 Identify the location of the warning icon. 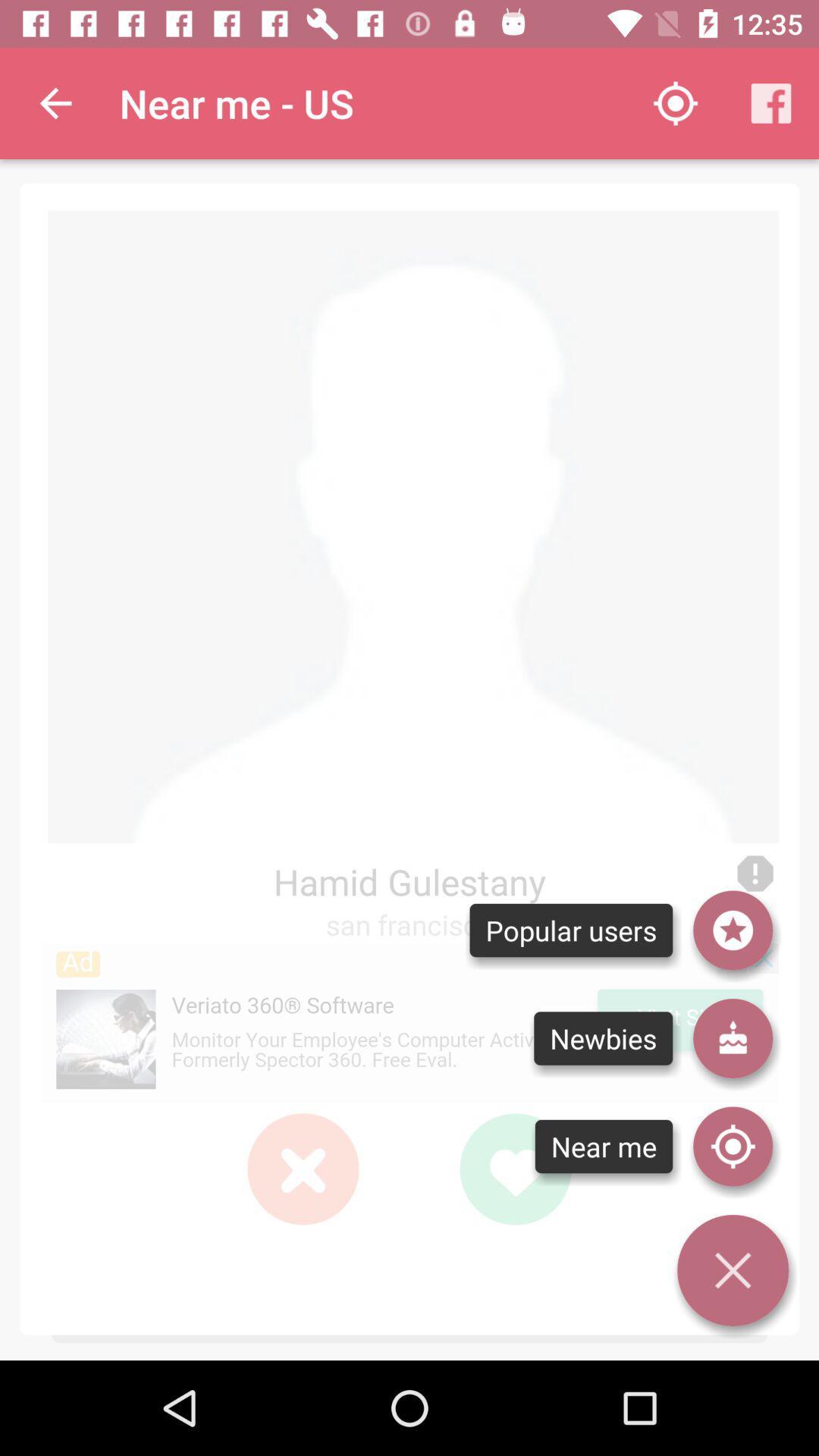
(755, 874).